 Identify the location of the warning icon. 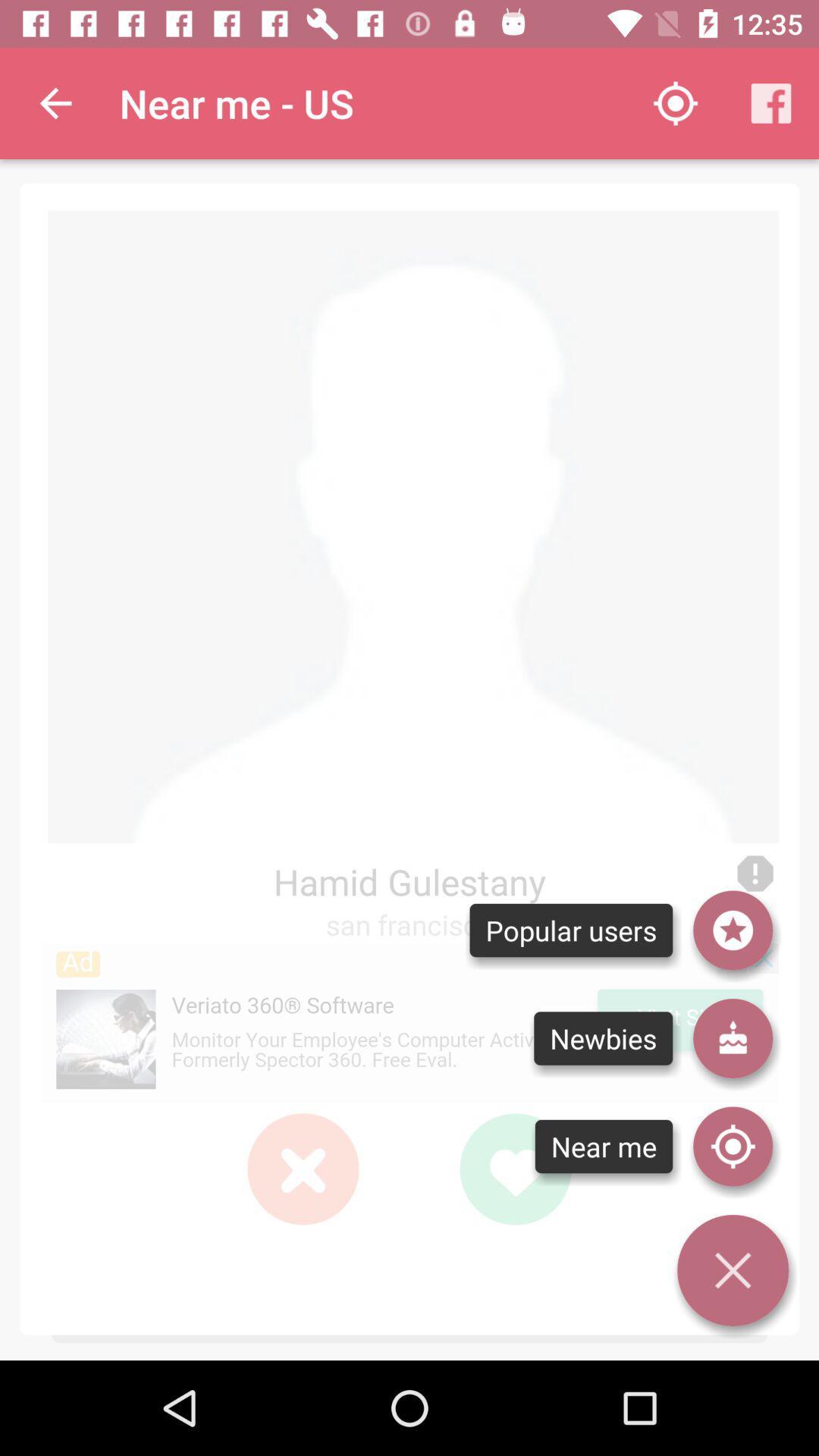
(755, 874).